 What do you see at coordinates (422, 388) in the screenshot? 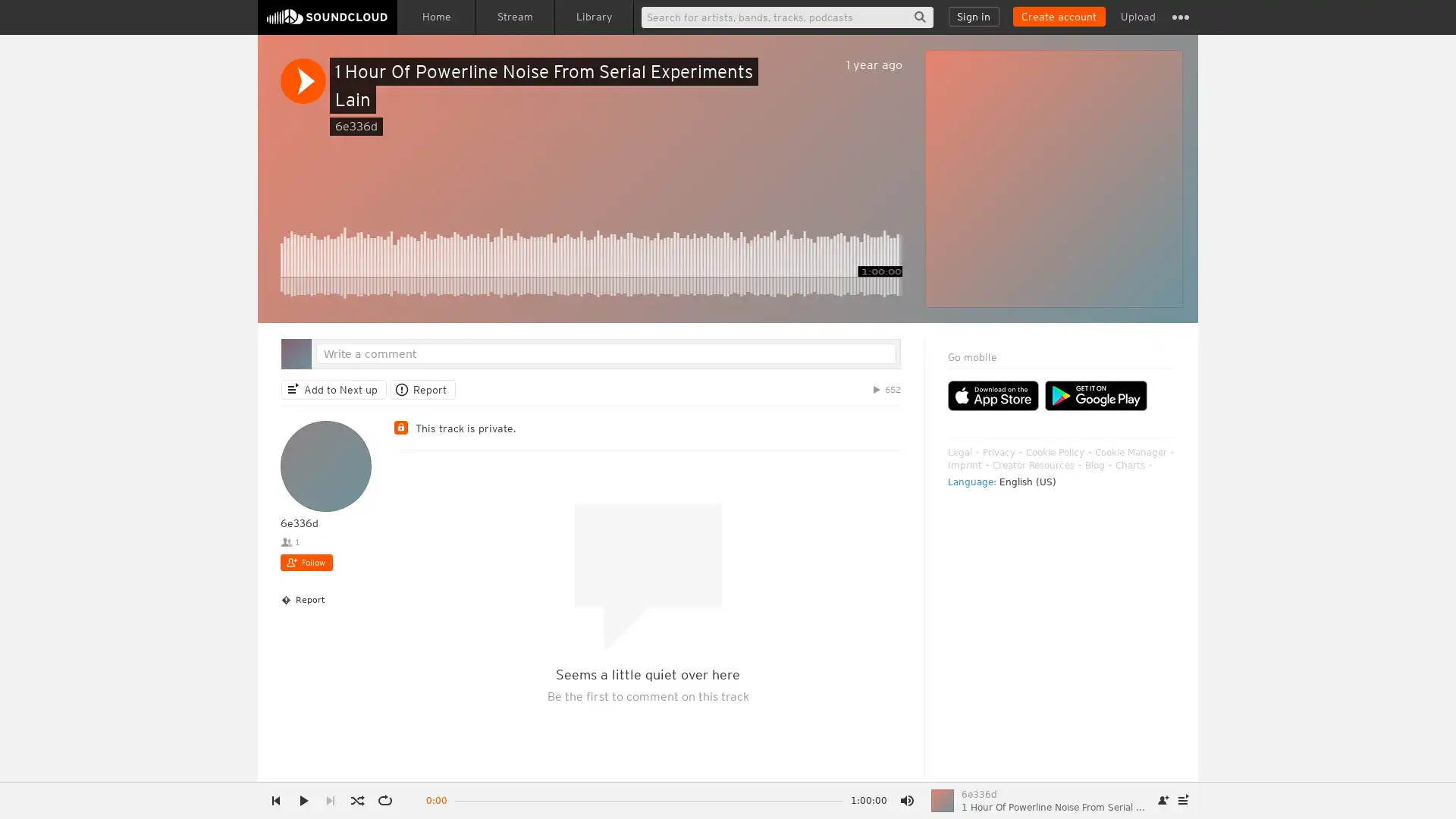
I see `Report track or account` at bounding box center [422, 388].